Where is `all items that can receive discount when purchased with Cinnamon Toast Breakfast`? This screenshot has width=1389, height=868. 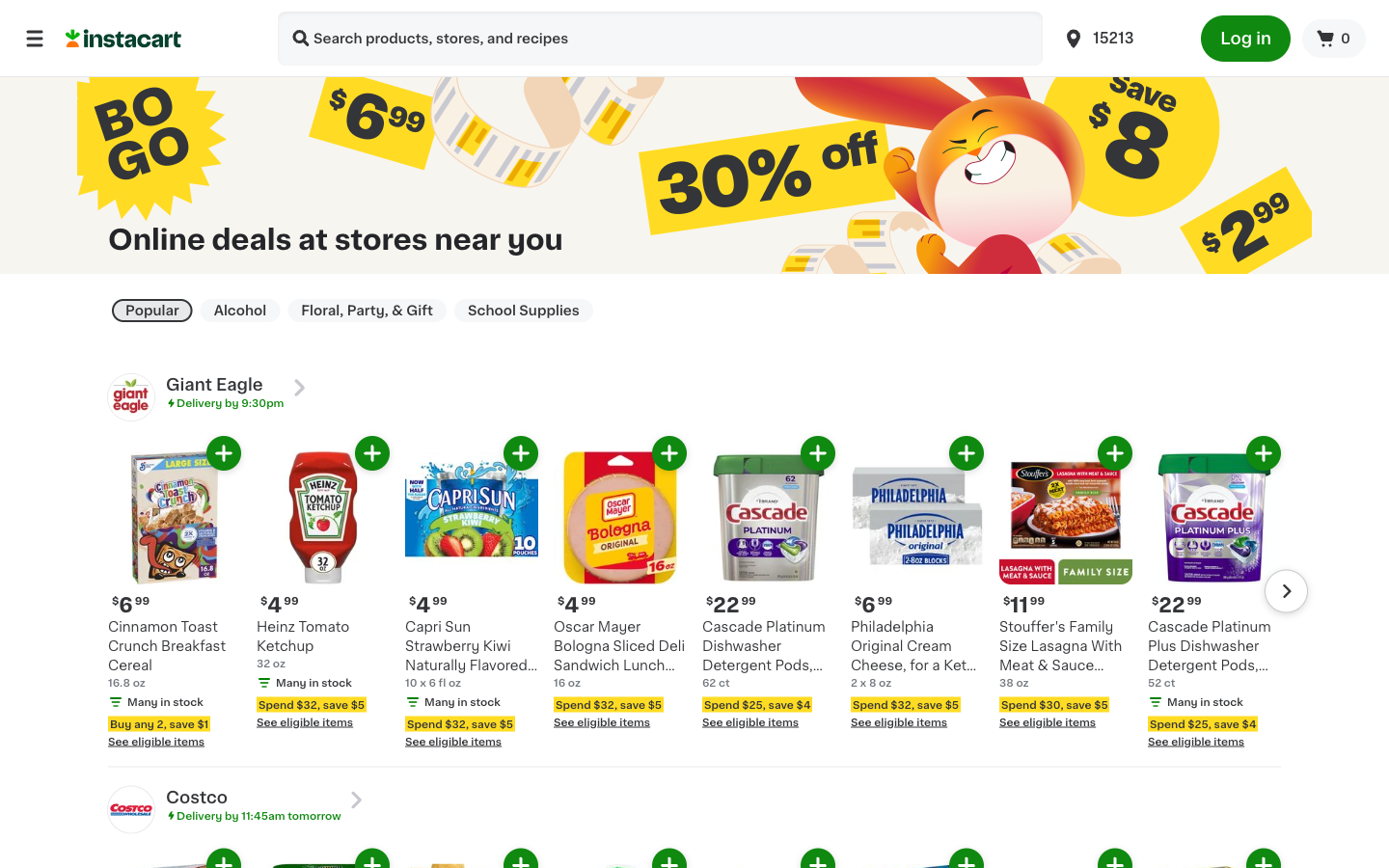
all items that can receive discount when purchased with Cinnamon Toast Breakfast is located at coordinates (202, 754).